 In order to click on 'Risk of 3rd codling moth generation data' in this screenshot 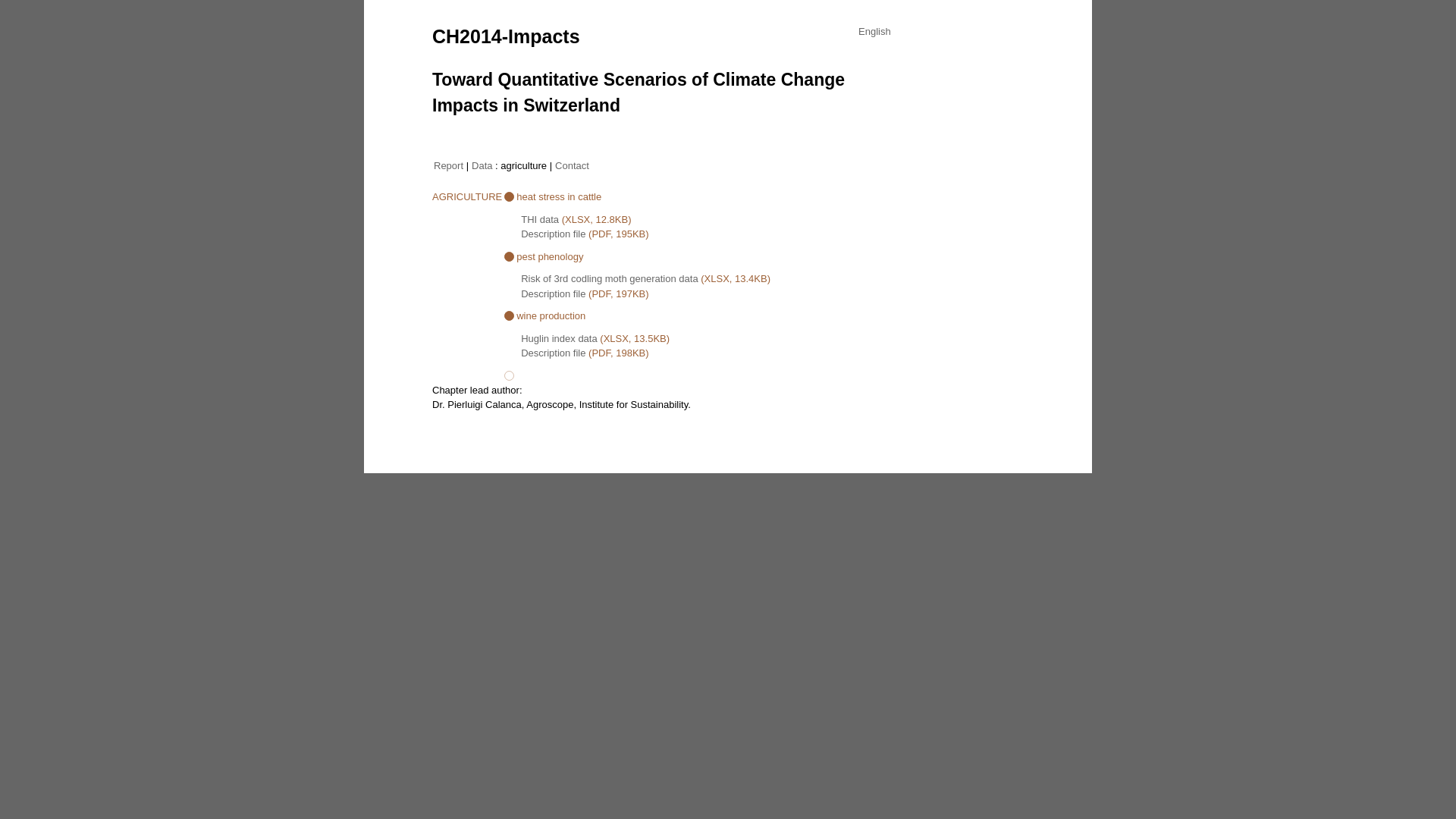, I will do `click(609, 278)`.